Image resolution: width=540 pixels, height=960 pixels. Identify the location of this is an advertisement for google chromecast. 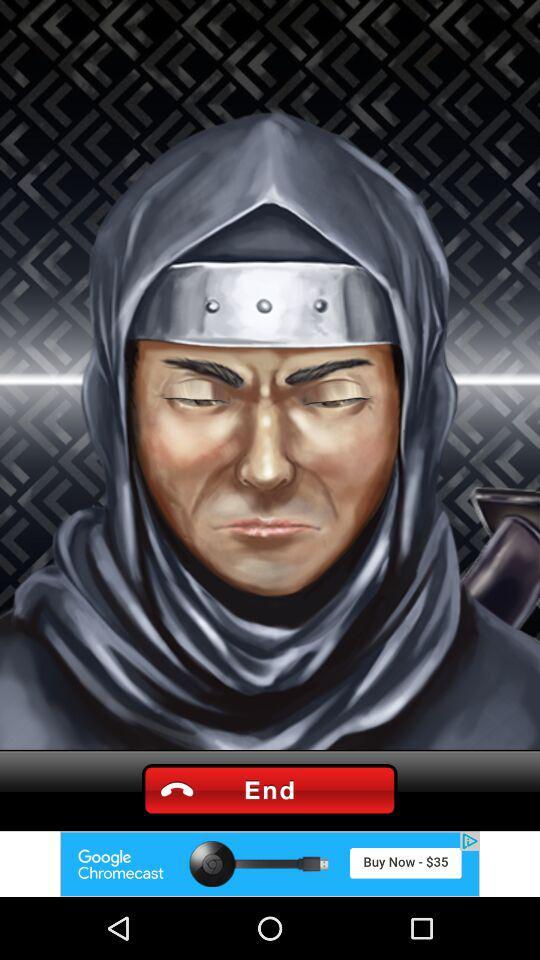
(270, 863).